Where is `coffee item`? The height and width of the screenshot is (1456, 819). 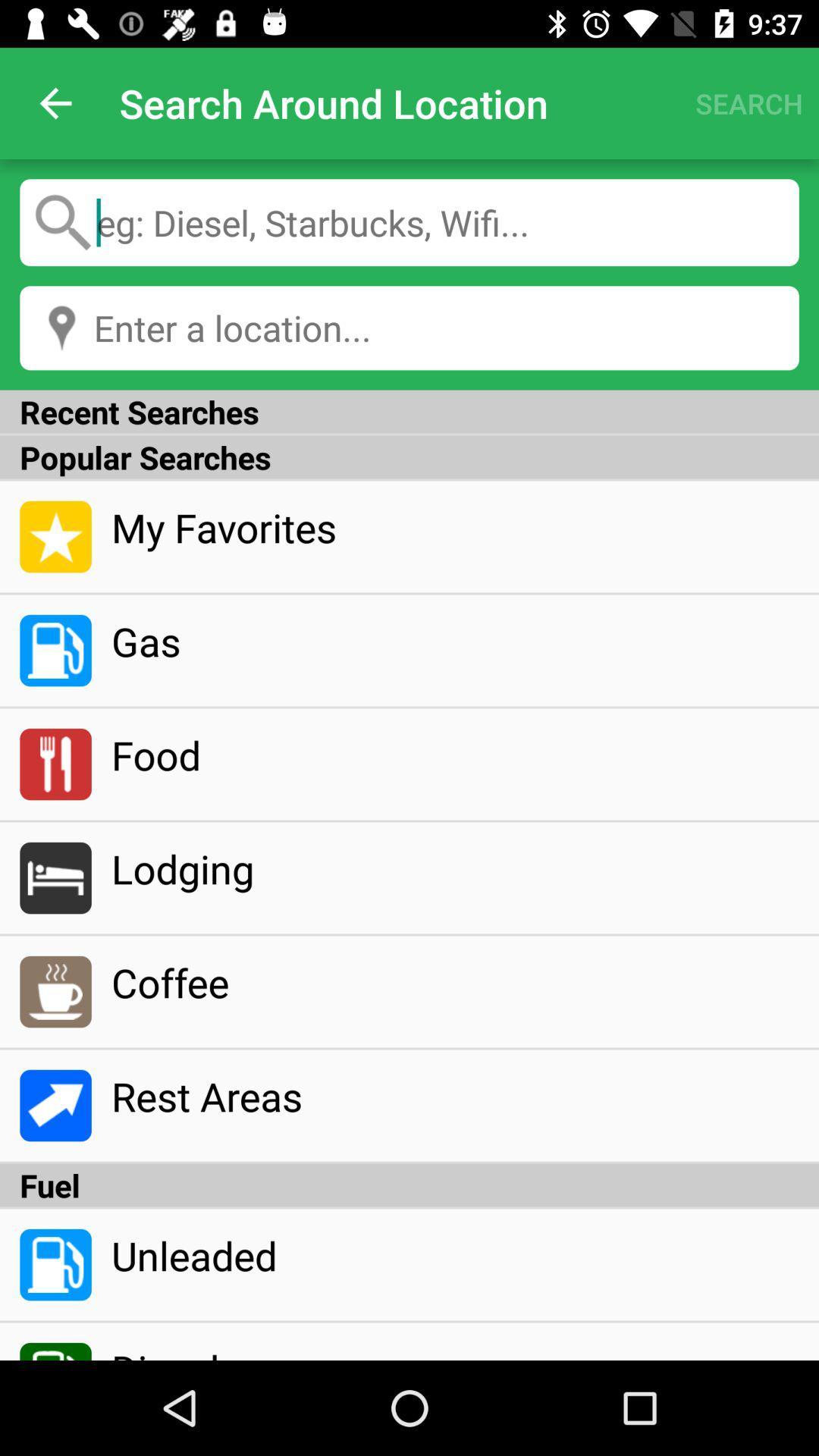 coffee item is located at coordinates (454, 982).